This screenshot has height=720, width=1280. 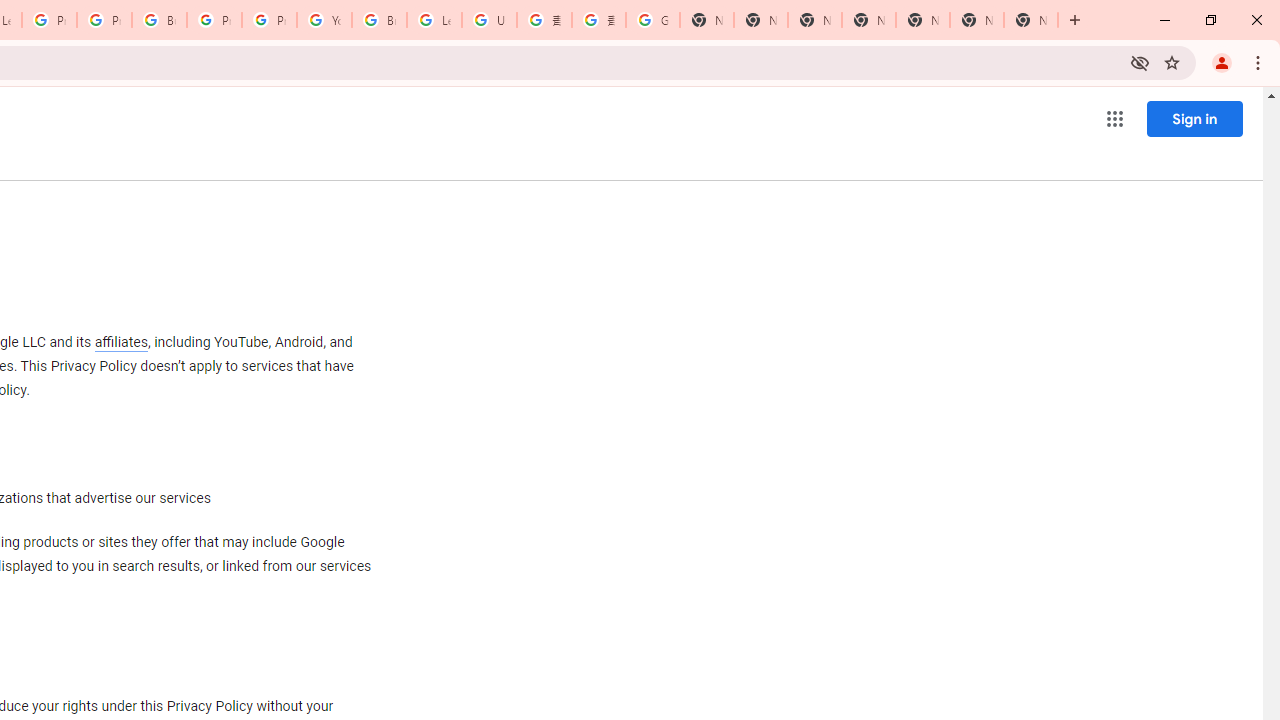 What do you see at coordinates (49, 20) in the screenshot?
I see `'Privacy Help Center - Policies Help'` at bounding box center [49, 20].